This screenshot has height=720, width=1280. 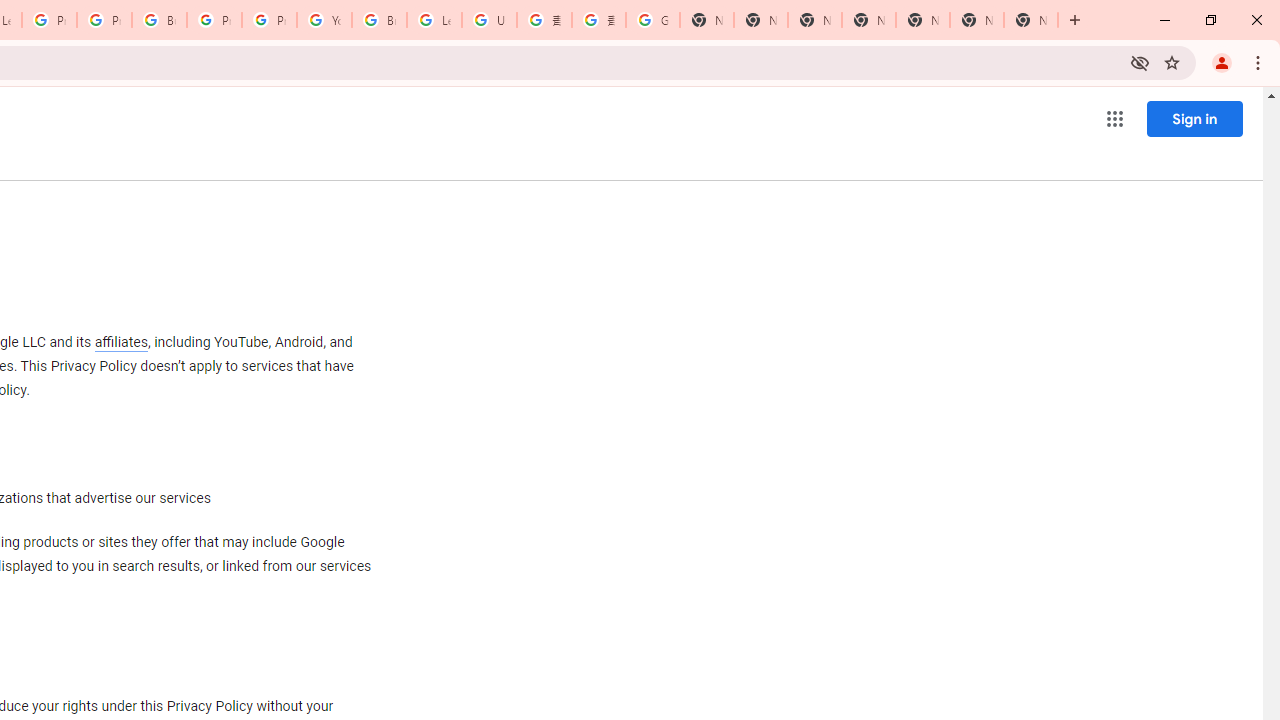 What do you see at coordinates (49, 20) in the screenshot?
I see `'Privacy Help Center - Policies Help'` at bounding box center [49, 20].